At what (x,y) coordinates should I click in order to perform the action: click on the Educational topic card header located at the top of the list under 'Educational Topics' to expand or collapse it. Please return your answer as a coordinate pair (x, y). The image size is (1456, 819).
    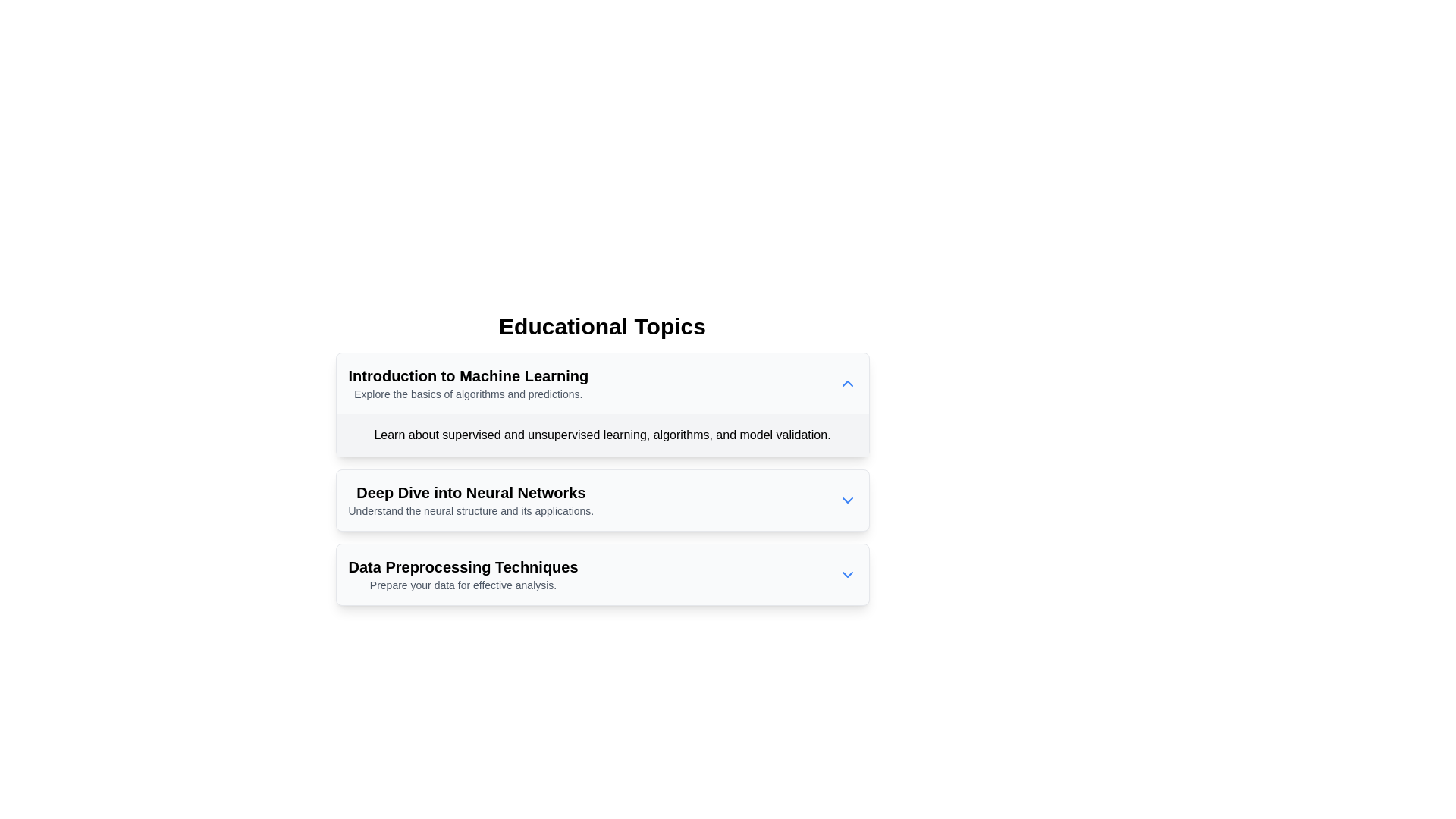
    Looking at the image, I should click on (467, 382).